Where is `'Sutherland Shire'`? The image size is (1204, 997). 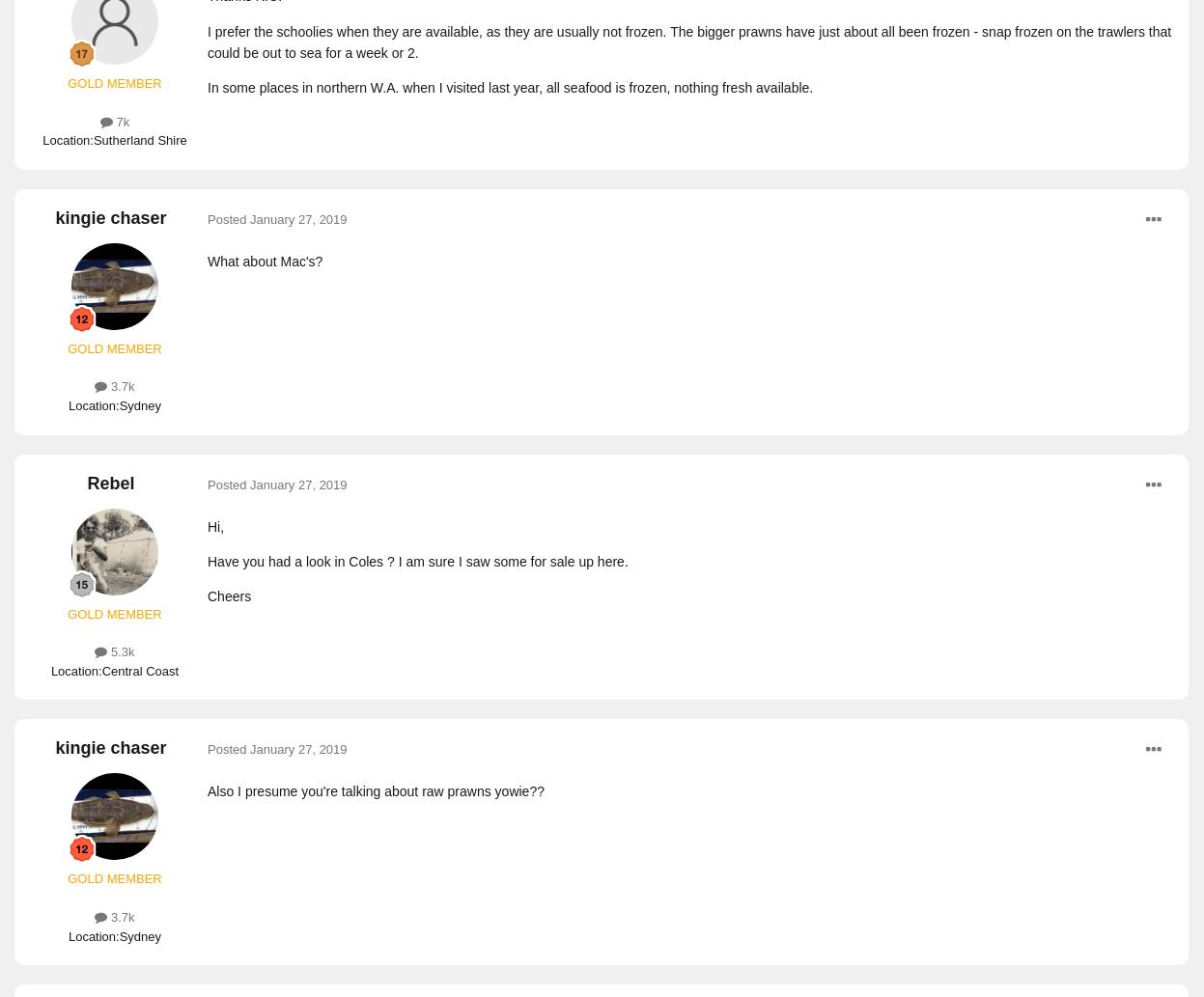
'Sutherland Shire' is located at coordinates (139, 140).